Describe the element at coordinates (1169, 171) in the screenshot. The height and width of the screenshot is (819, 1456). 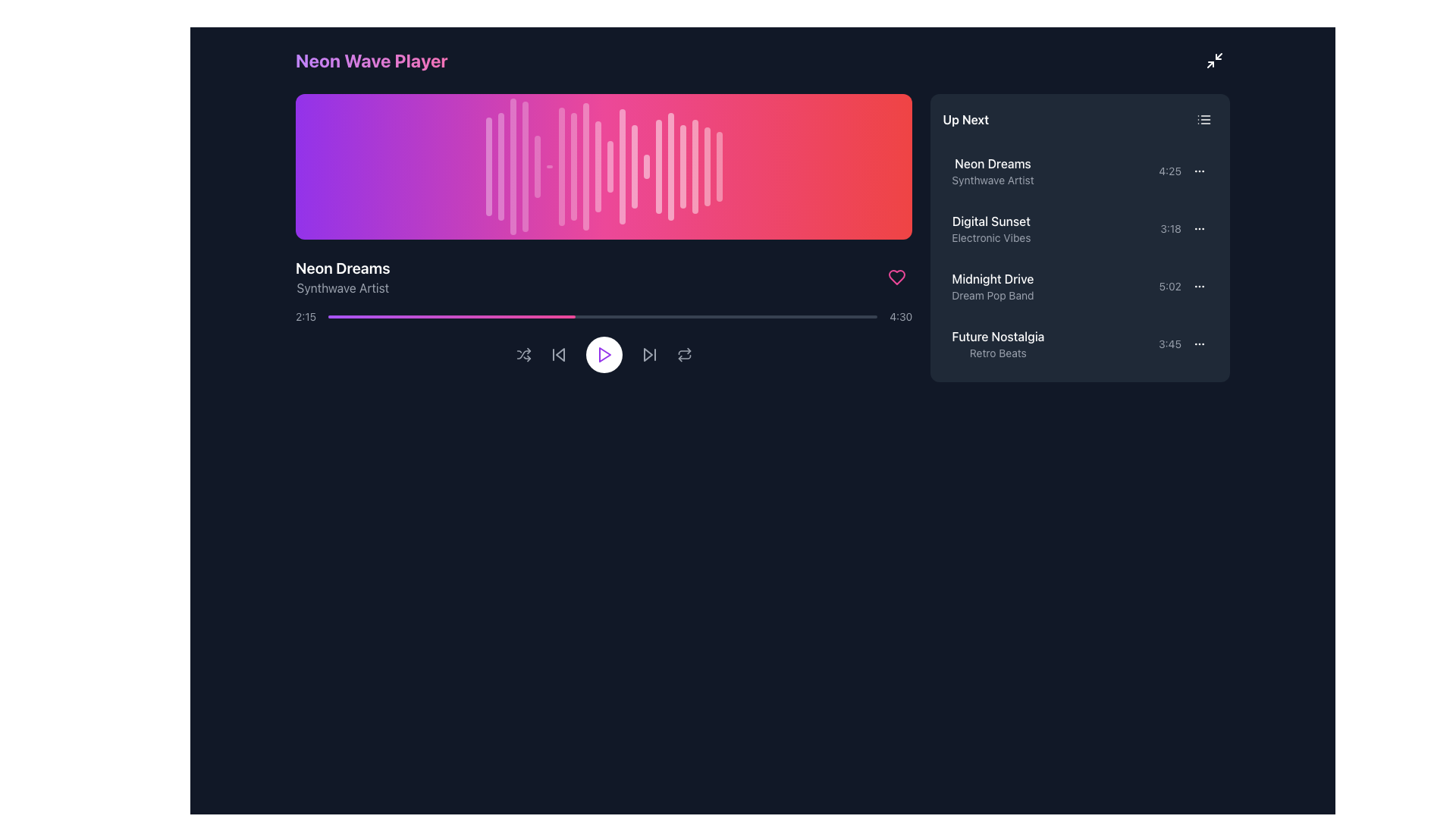
I see `the text label displaying '4:25' that is styled with a small font size and gray color, located within the 'Up Next' section of the interface, aligned to the right of the song 'Neon Dreams'` at that location.